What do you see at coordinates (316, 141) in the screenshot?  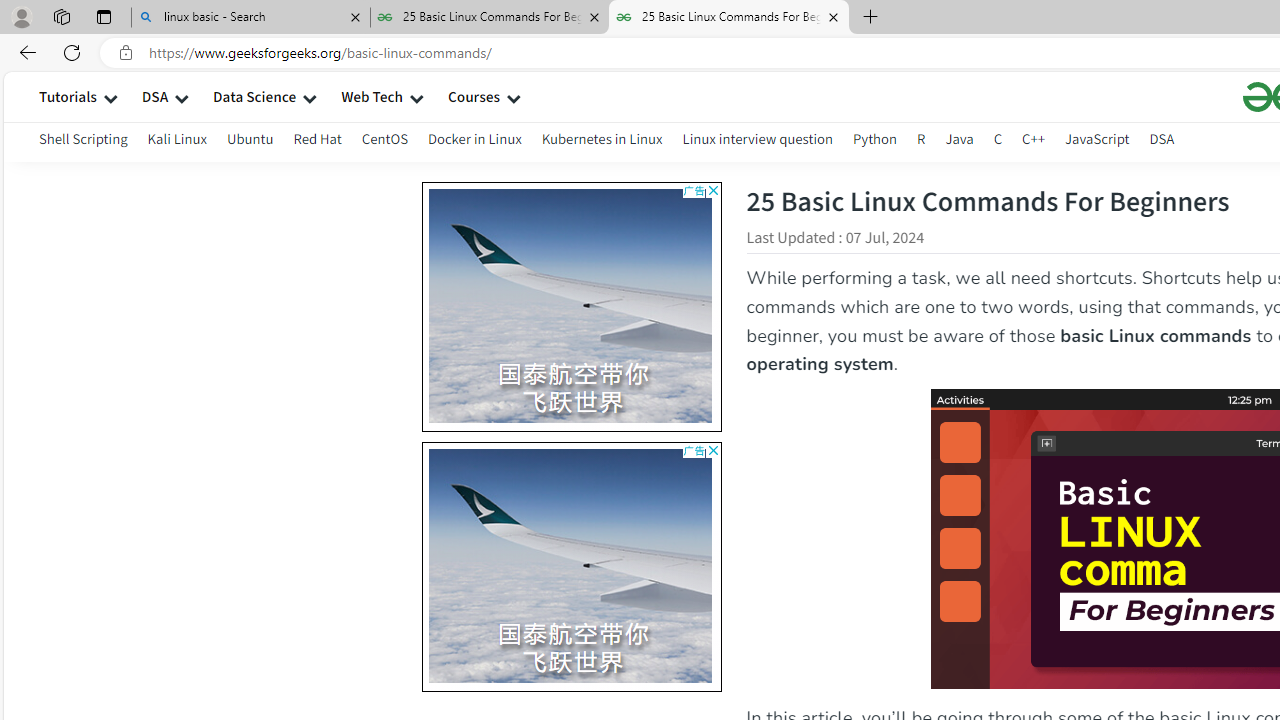 I see `'Red Hat'` at bounding box center [316, 141].